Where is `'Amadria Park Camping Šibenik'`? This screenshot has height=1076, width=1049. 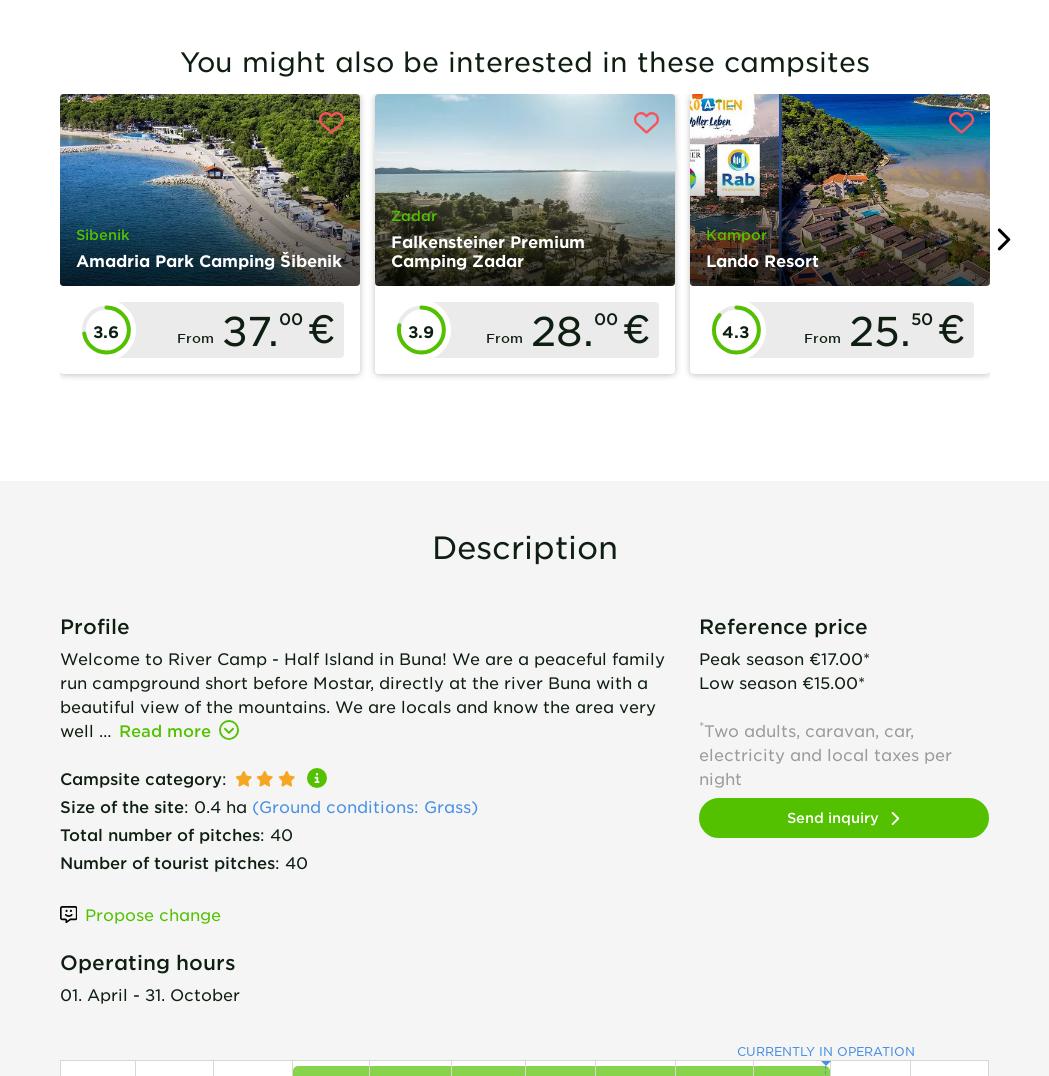 'Amadria Park Camping Šibenik' is located at coordinates (208, 259).